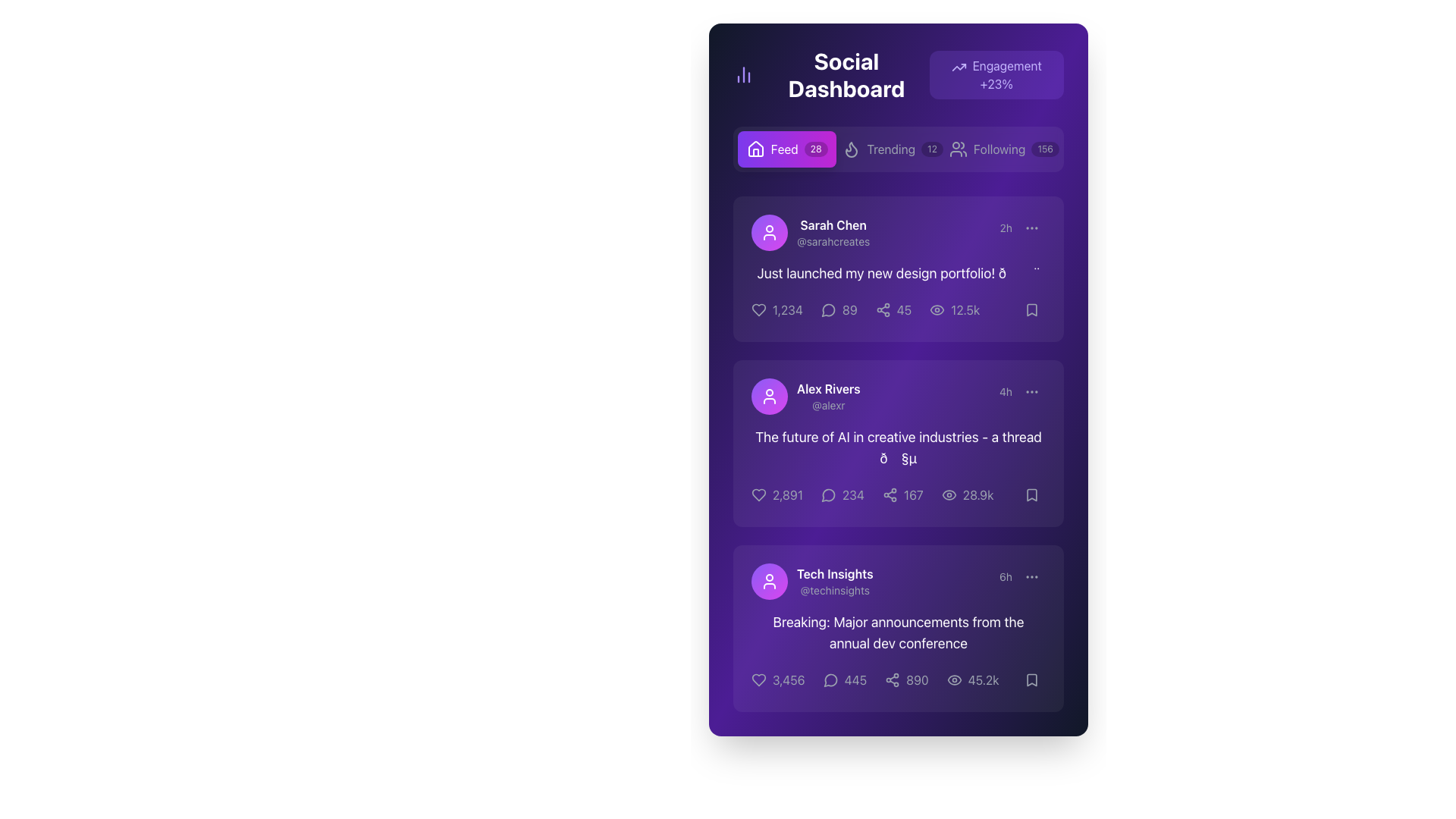 This screenshot has width=1456, height=819. Describe the element at coordinates (902, 494) in the screenshot. I see `the share count button with an icon and text, located in the third position from the left in the 'Social Dashboard' under the post by 'Alex Rivers'` at that location.